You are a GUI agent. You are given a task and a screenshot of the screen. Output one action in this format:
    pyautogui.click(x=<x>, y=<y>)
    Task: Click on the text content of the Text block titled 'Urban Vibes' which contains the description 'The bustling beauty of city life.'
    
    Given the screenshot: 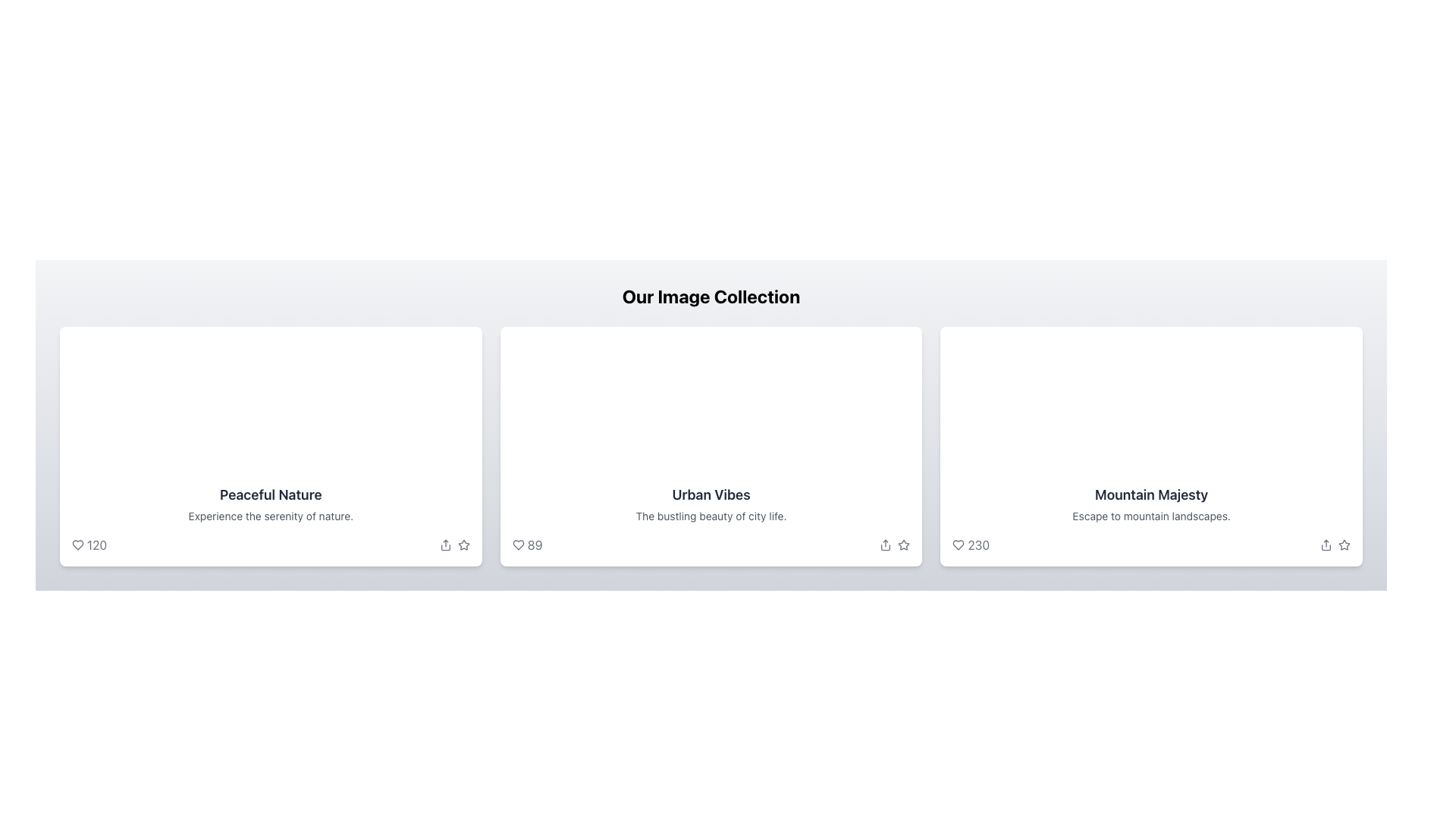 What is the action you would take?
    pyautogui.click(x=710, y=519)
    